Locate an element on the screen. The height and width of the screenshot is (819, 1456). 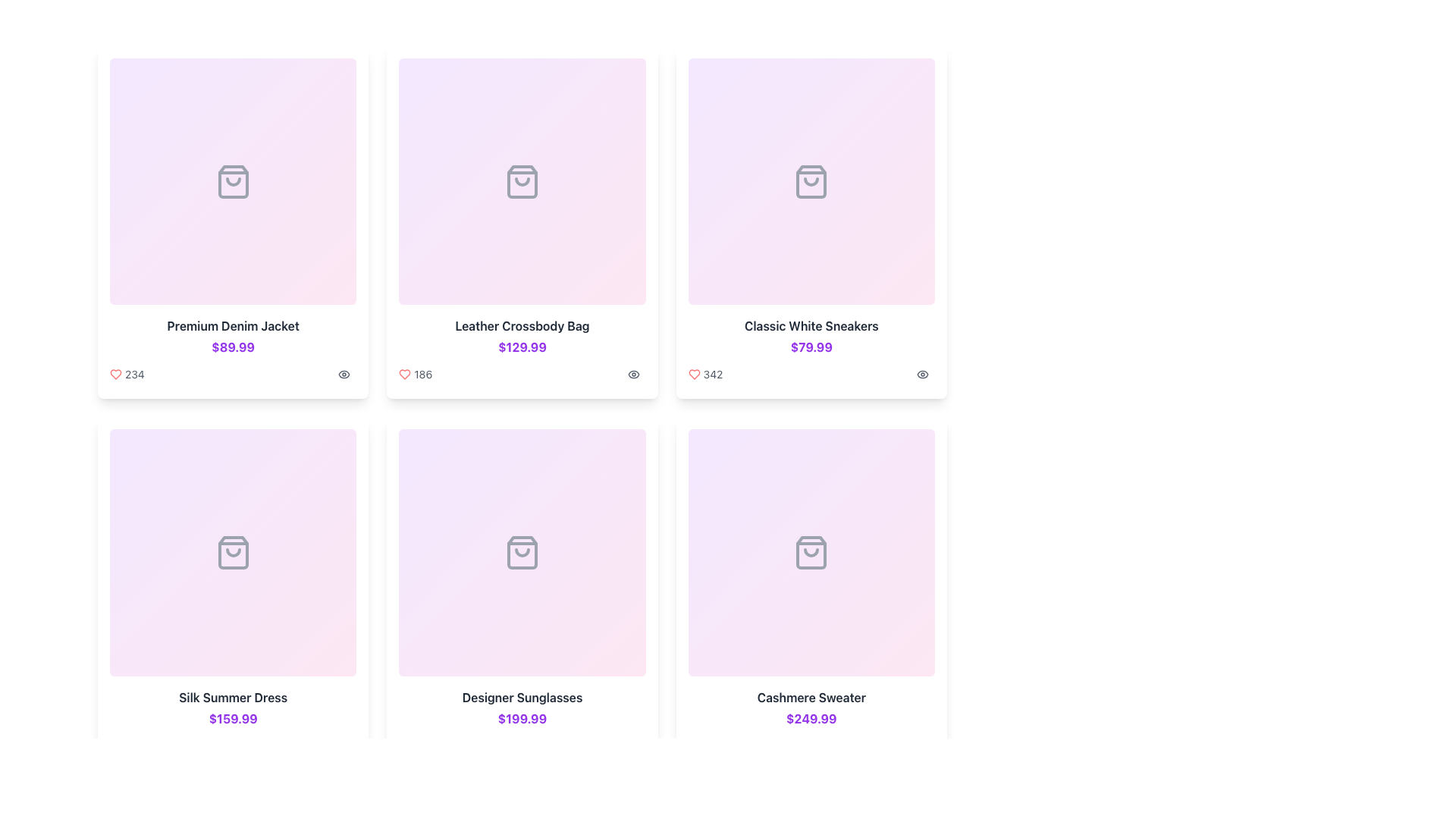
the price text label located beneath the product title in the product card for the 'Premium Denim Jacket' is located at coordinates (232, 347).